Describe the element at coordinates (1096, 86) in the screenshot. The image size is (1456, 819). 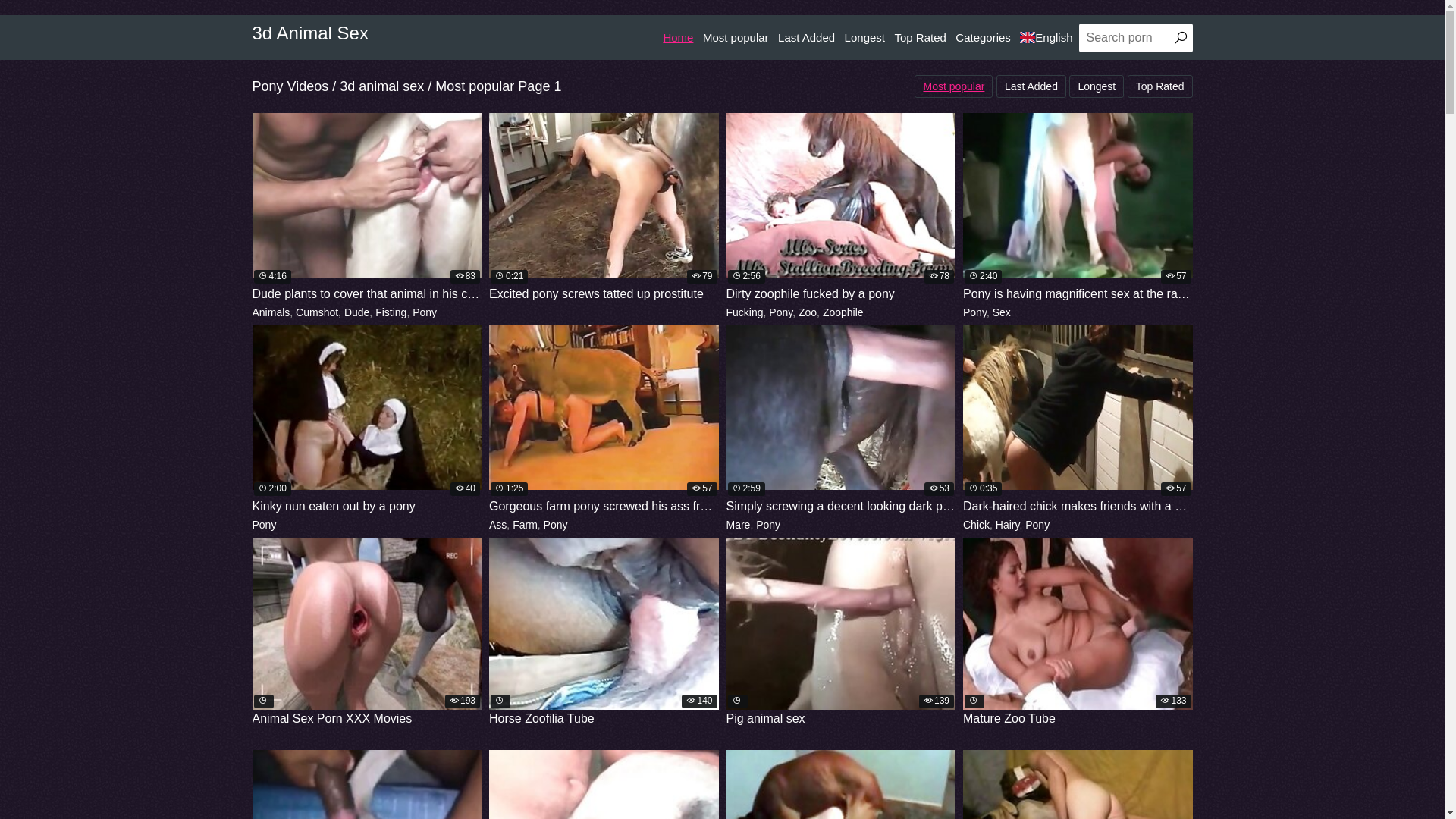
I see `'Longest'` at that location.